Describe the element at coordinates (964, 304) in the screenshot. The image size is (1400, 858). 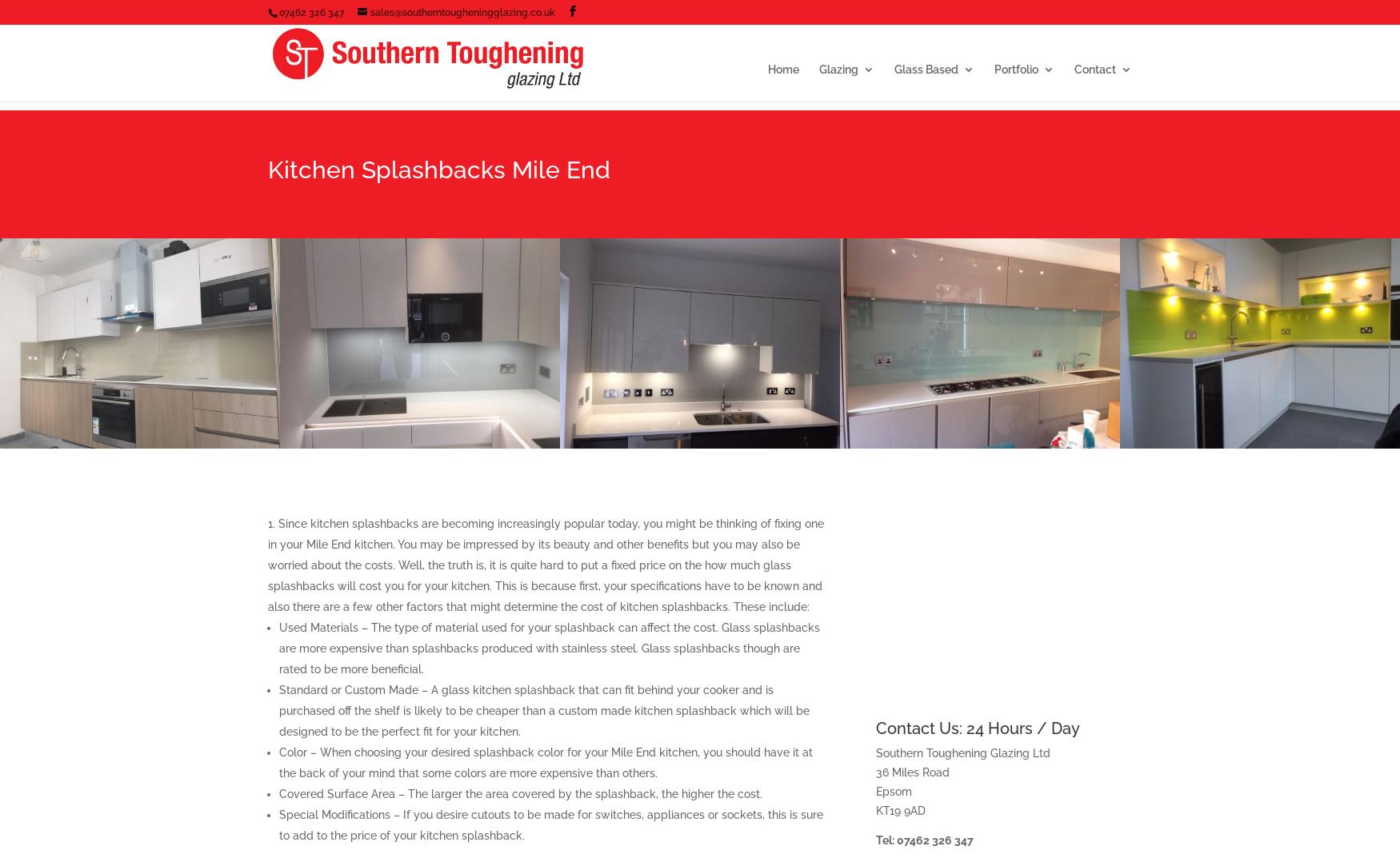
I see `'Other Services'` at that location.